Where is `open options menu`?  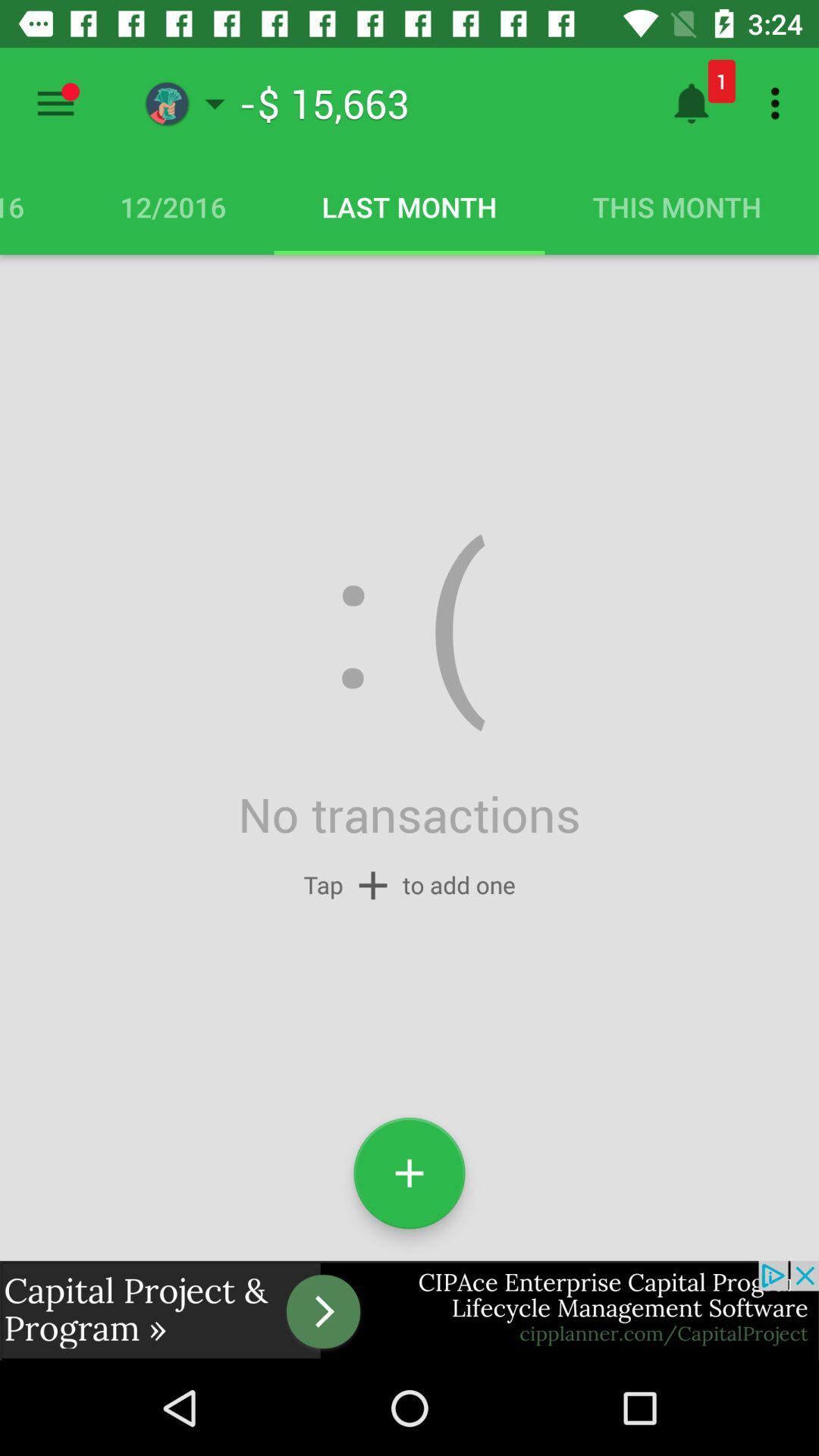 open options menu is located at coordinates (55, 102).